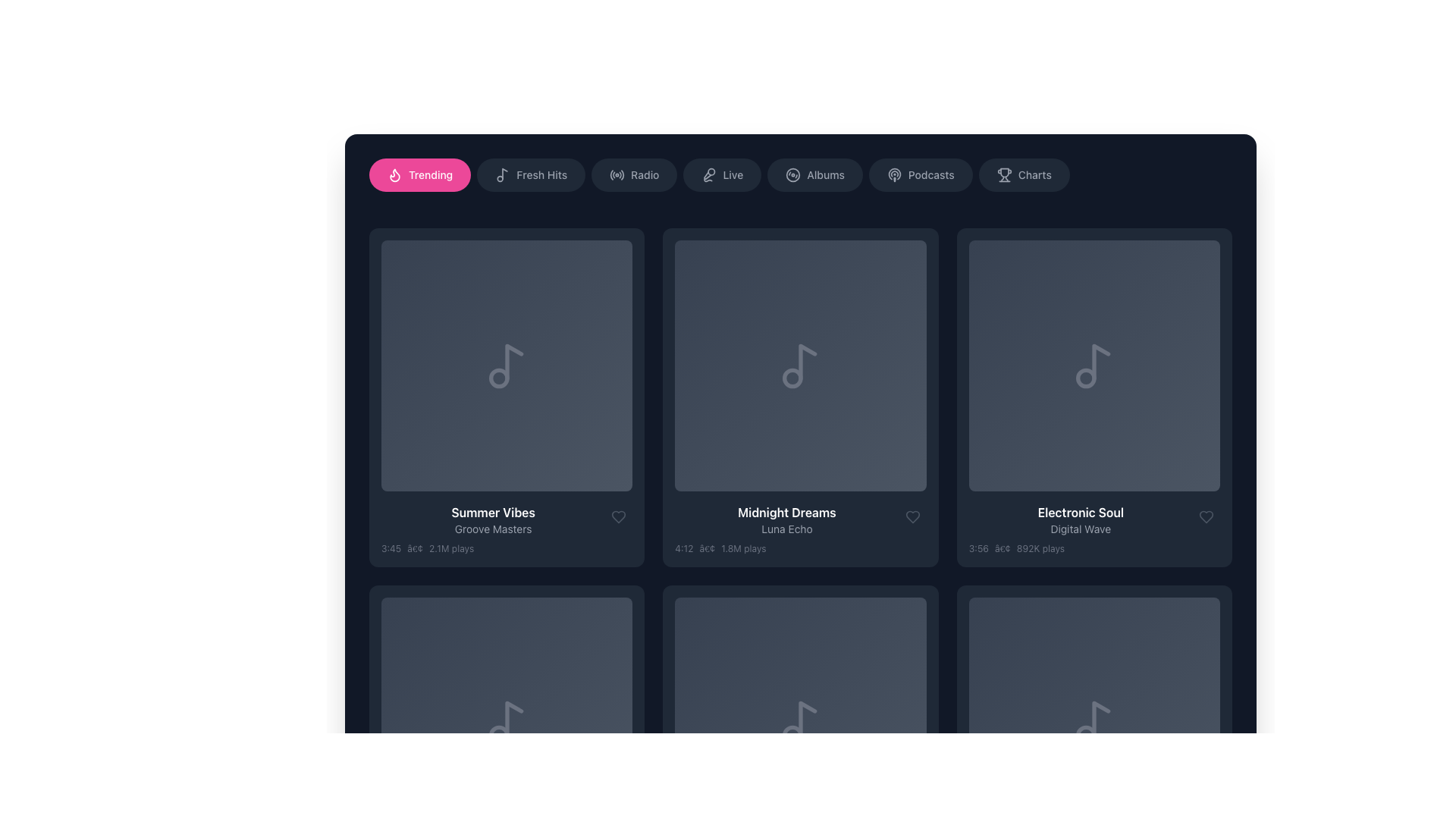 This screenshot has height=819, width=1456. I want to click on song information displayed in the text component, which includes the title 'Summer Vibes', the subtitle 'Groove Masters', the duration '3:45', and '2.1M plays', so click(507, 529).